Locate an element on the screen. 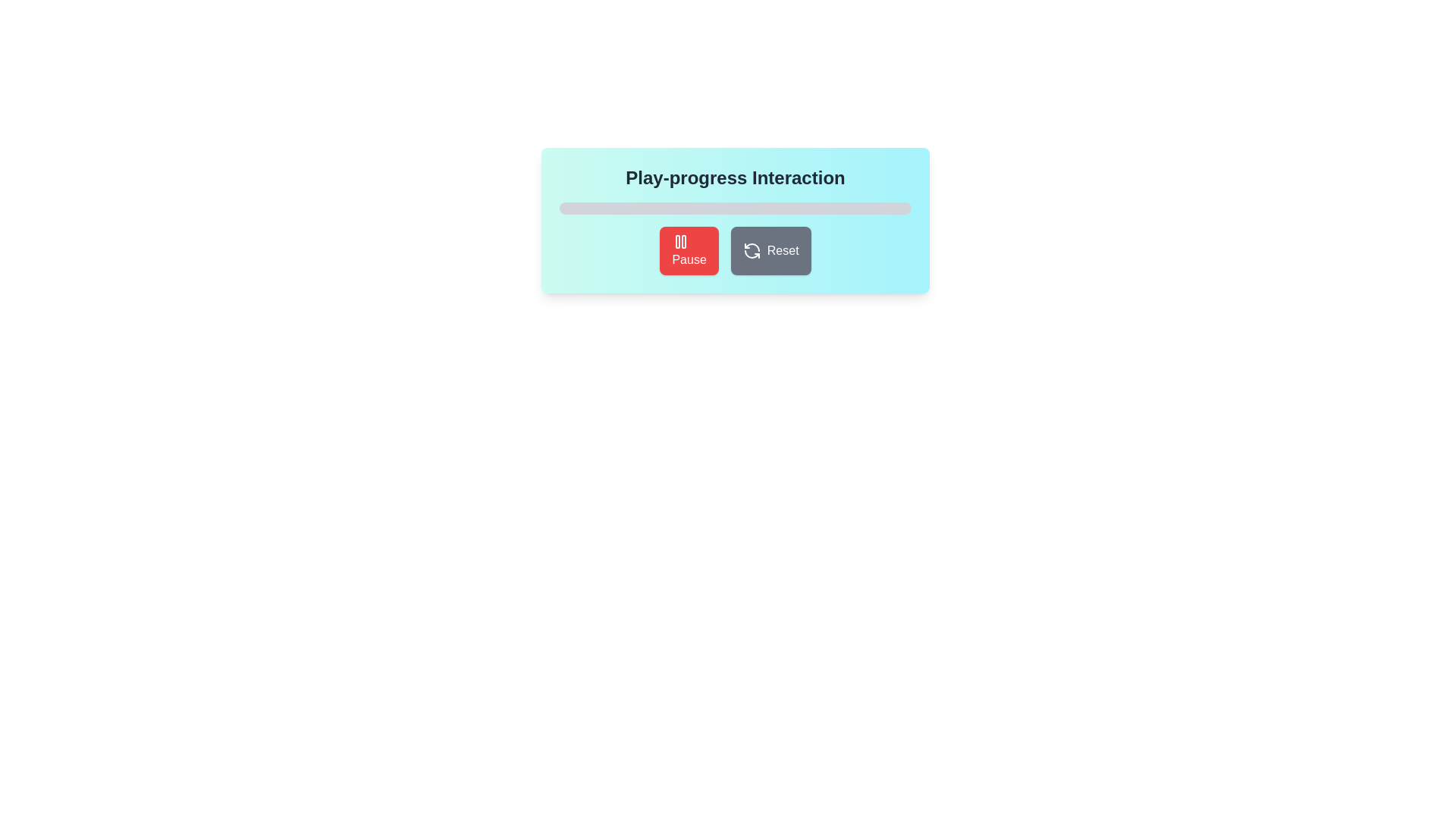  the functionality represented by the curved arrow icon that is part of a reset button with a gray background, located to the right of a red pause button is located at coordinates (752, 253).